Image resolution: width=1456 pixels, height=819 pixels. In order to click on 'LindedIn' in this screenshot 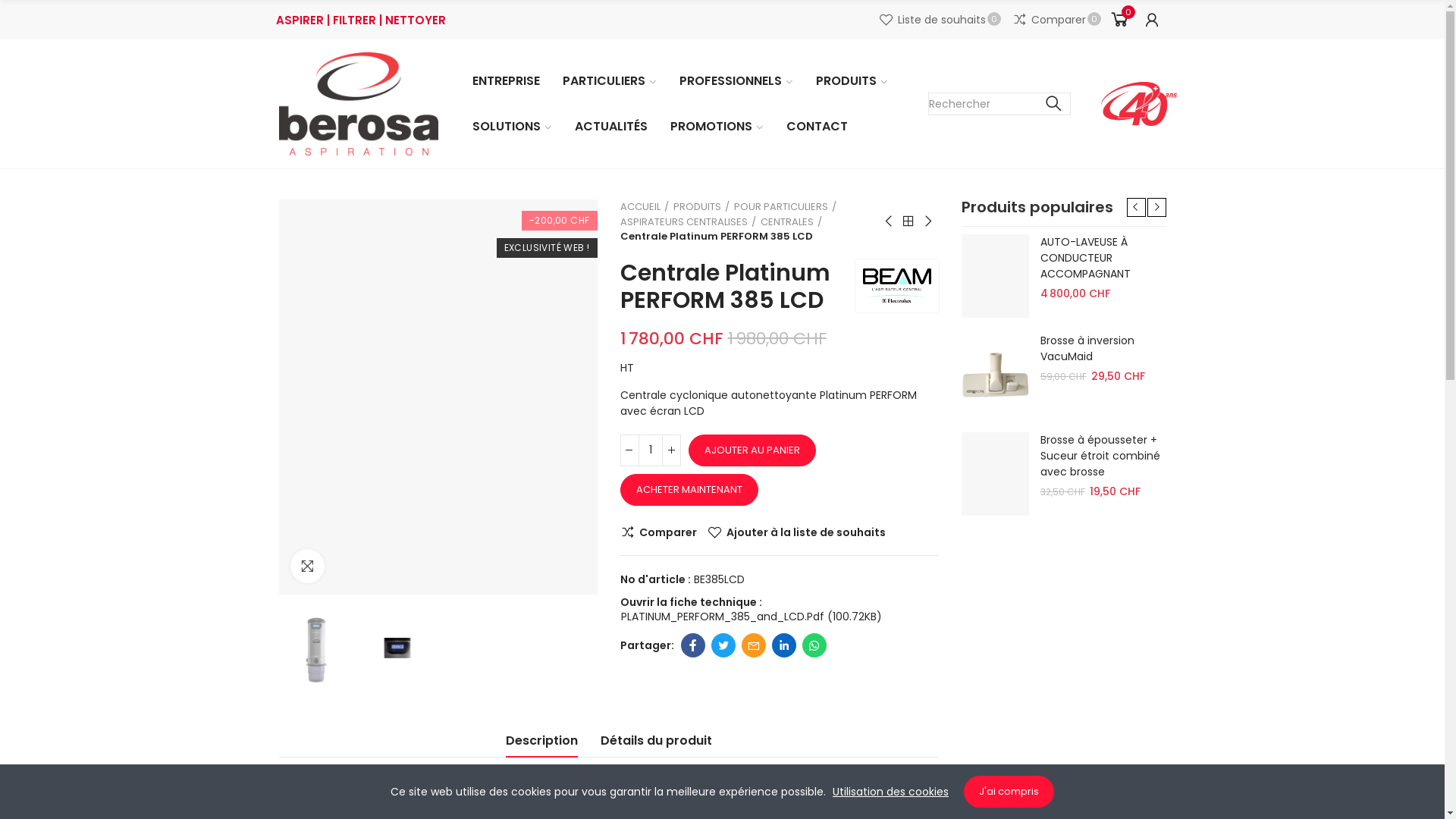, I will do `click(771, 645)`.